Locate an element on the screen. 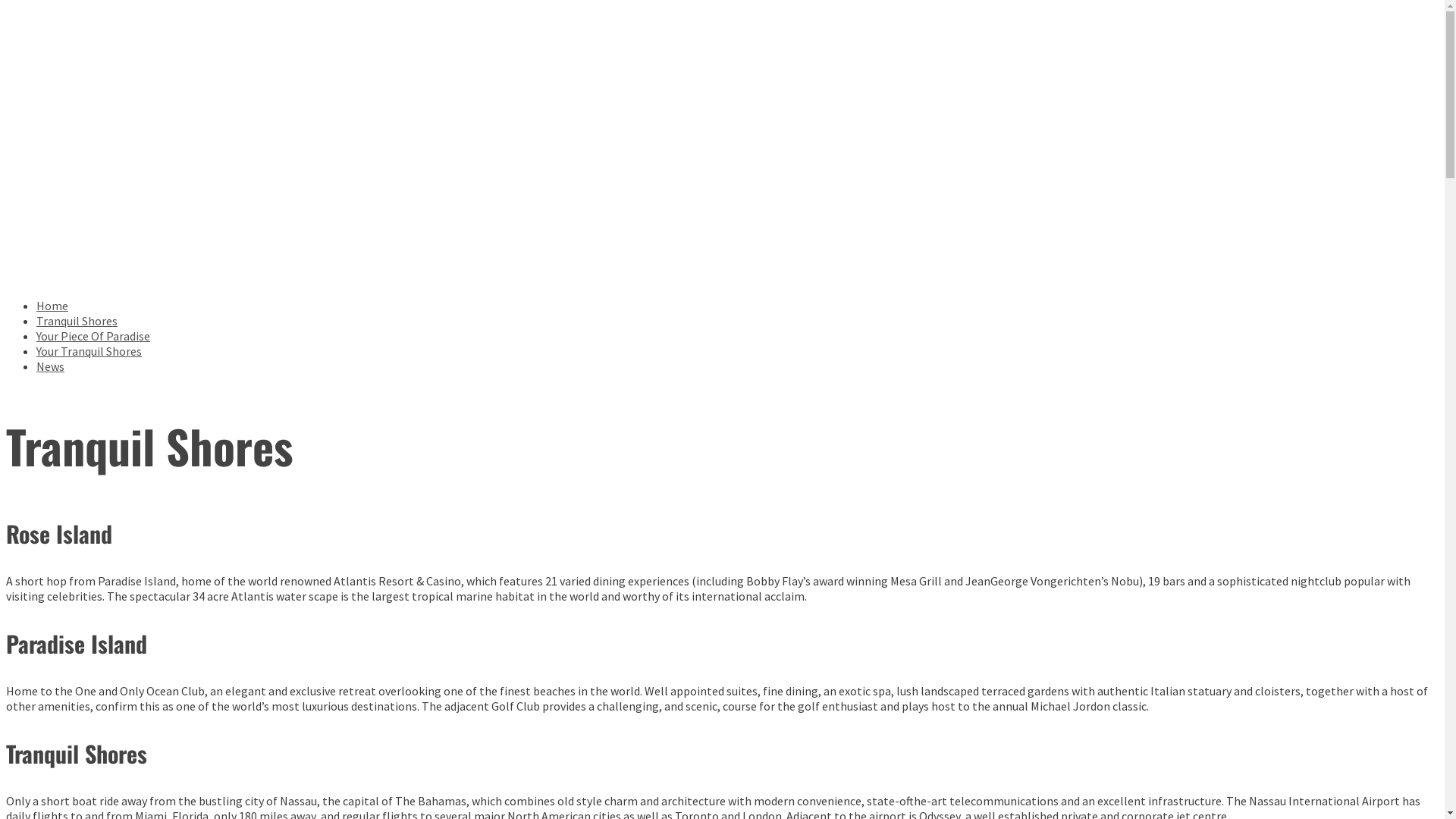 This screenshot has width=1456, height=819. 'Your Piece Of Paradise' is located at coordinates (36, 335).